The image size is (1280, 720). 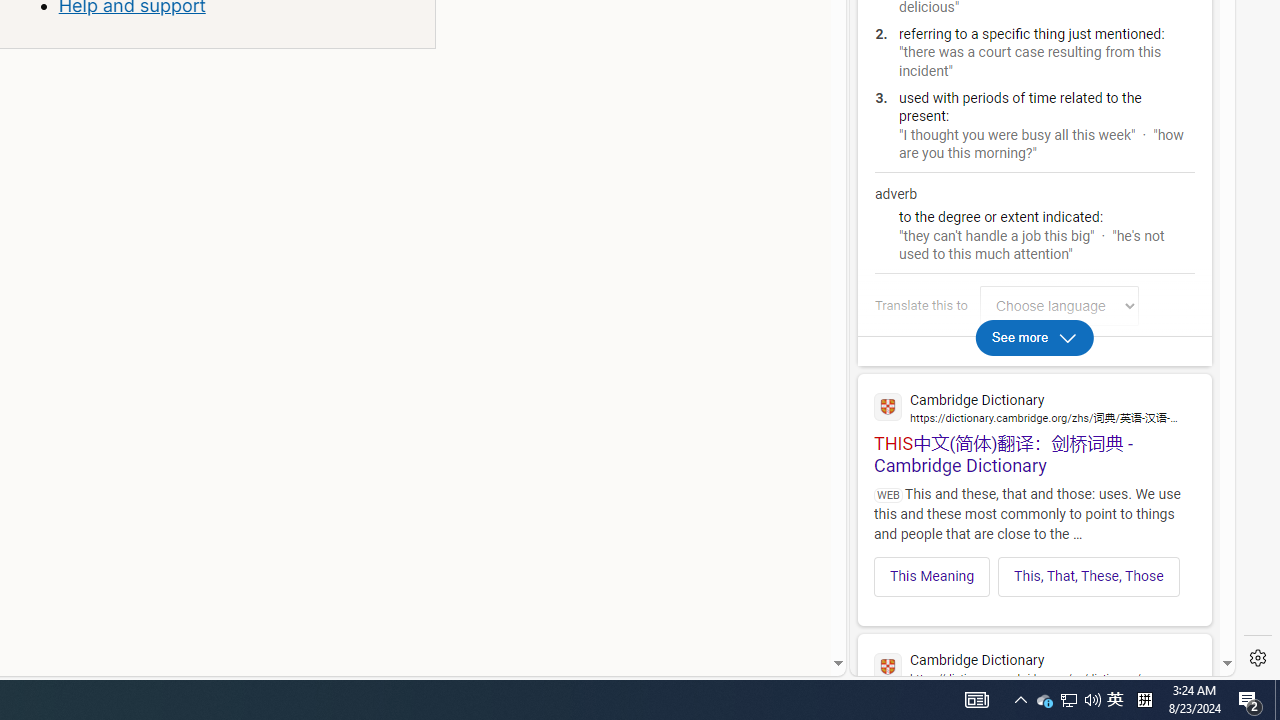 What do you see at coordinates (1058, 305) in the screenshot?
I see `'Translate this to Choose language'` at bounding box center [1058, 305].